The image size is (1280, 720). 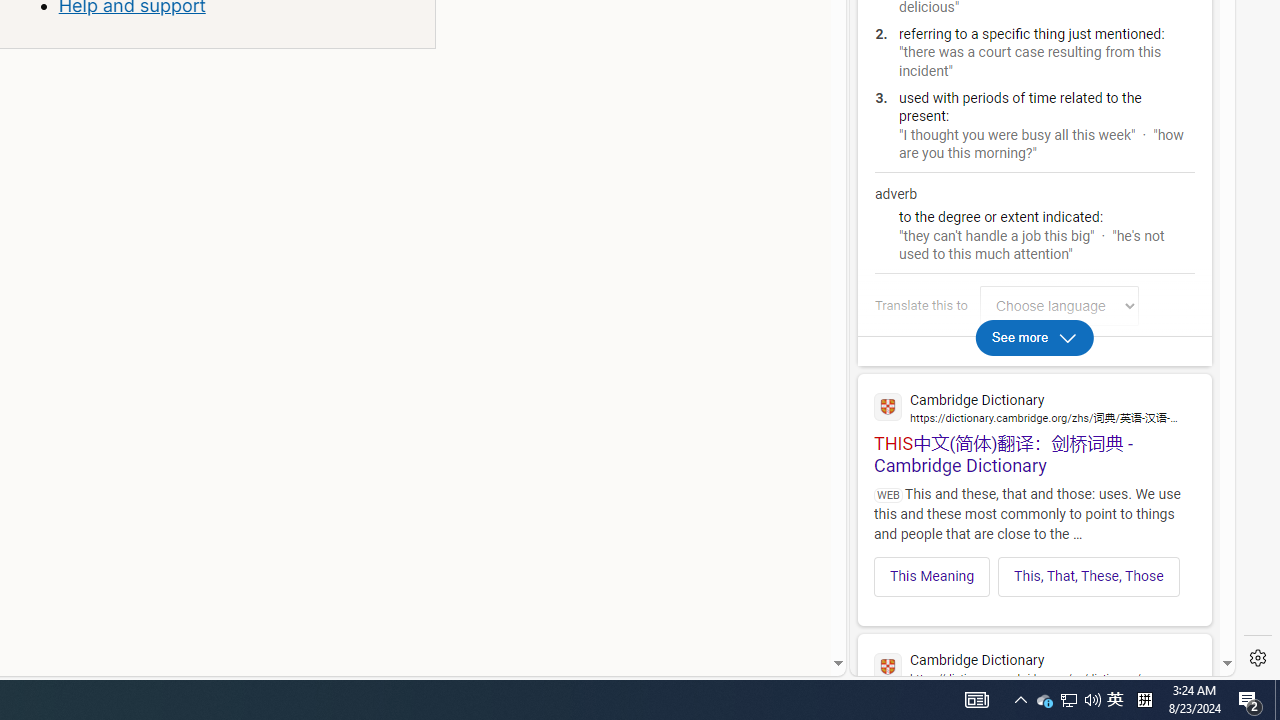 What do you see at coordinates (1058, 305) in the screenshot?
I see `'Translate this to Choose language'` at bounding box center [1058, 305].